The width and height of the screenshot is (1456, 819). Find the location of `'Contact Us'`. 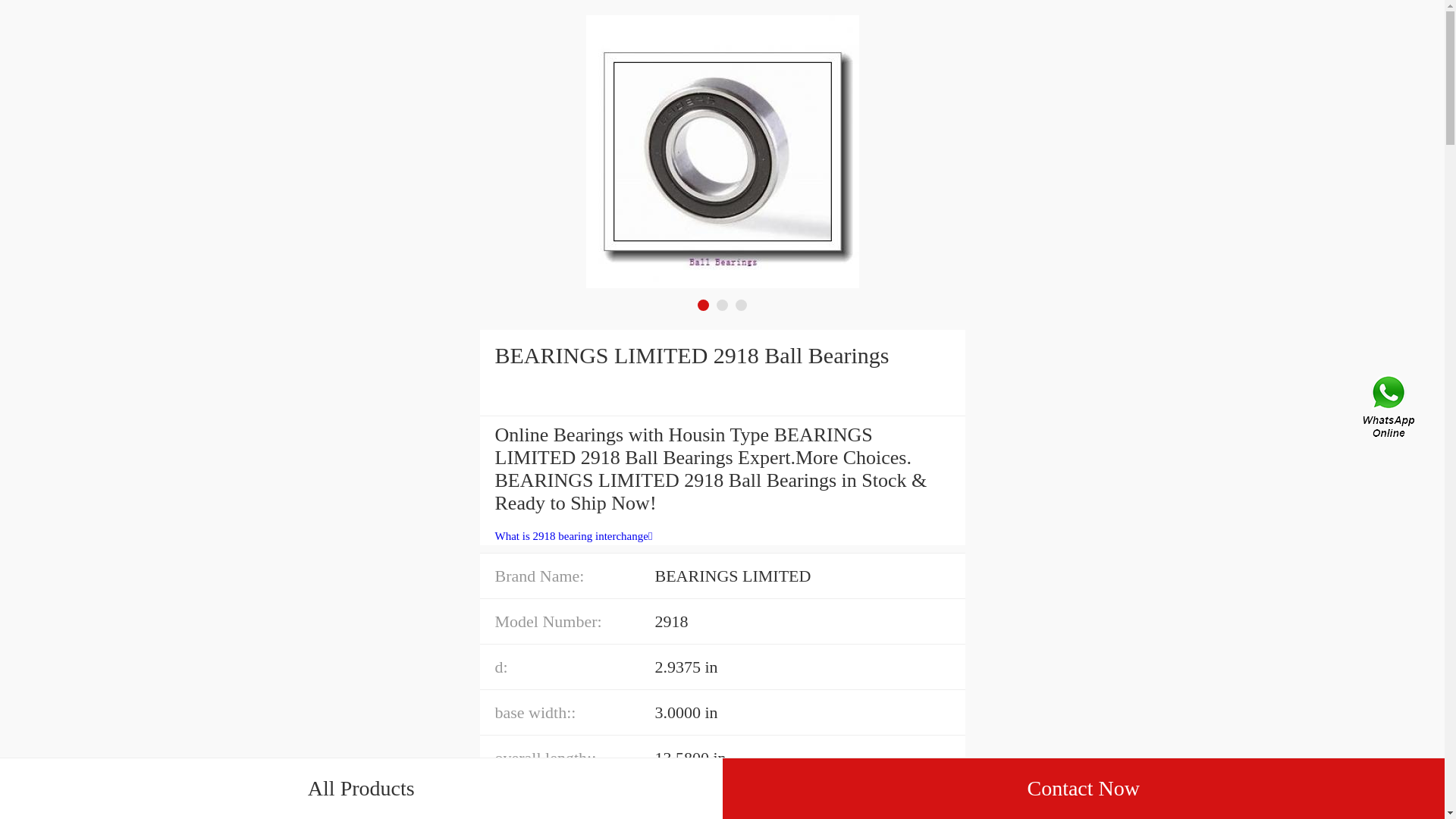

'Contact Us' is located at coordinates (1361, 409).